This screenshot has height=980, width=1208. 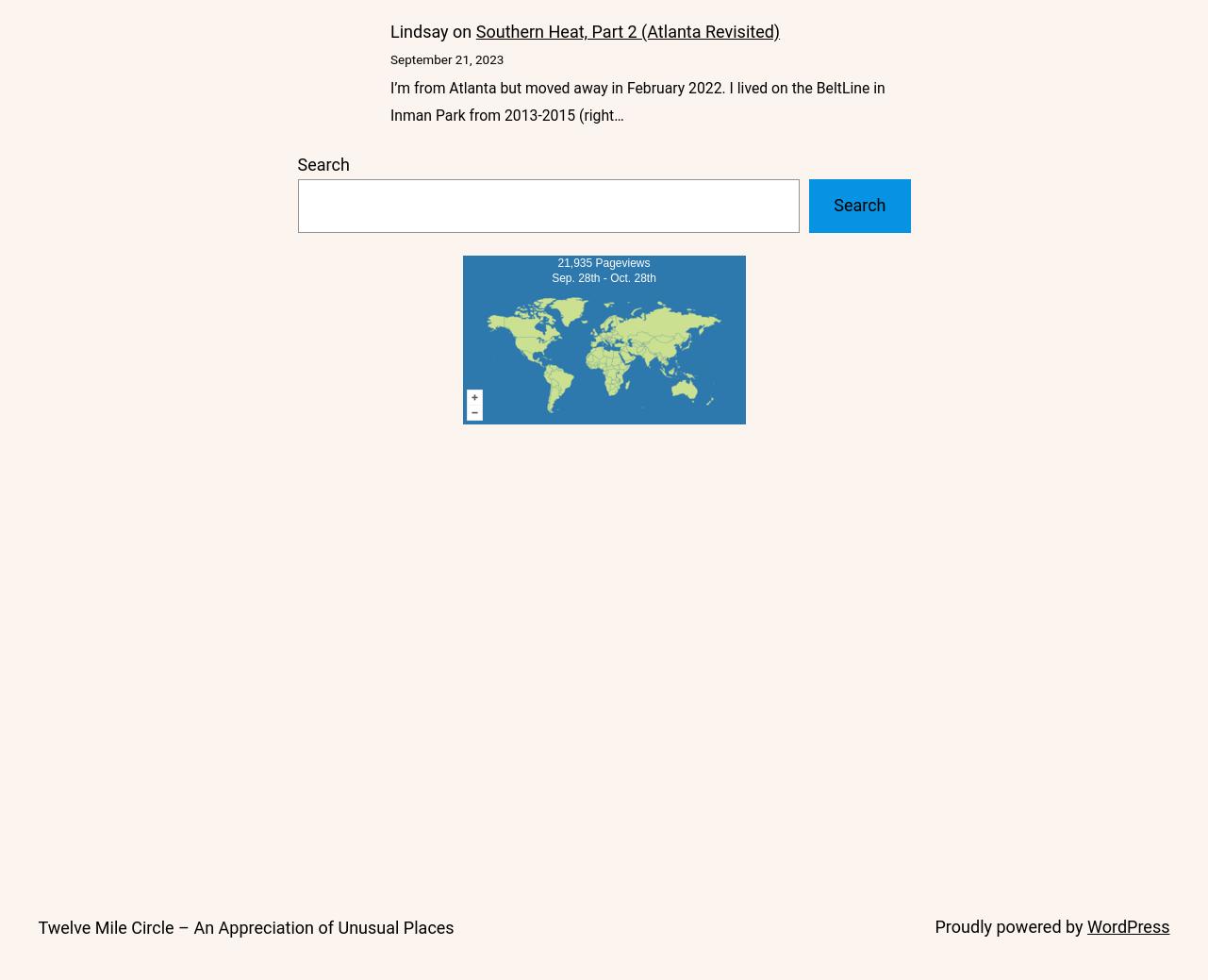 What do you see at coordinates (636, 100) in the screenshot?
I see `'I’m from Atlanta but moved away in February 2022. I lived on the BeltLine in Inman Park from 2013-2015 (right…'` at bounding box center [636, 100].